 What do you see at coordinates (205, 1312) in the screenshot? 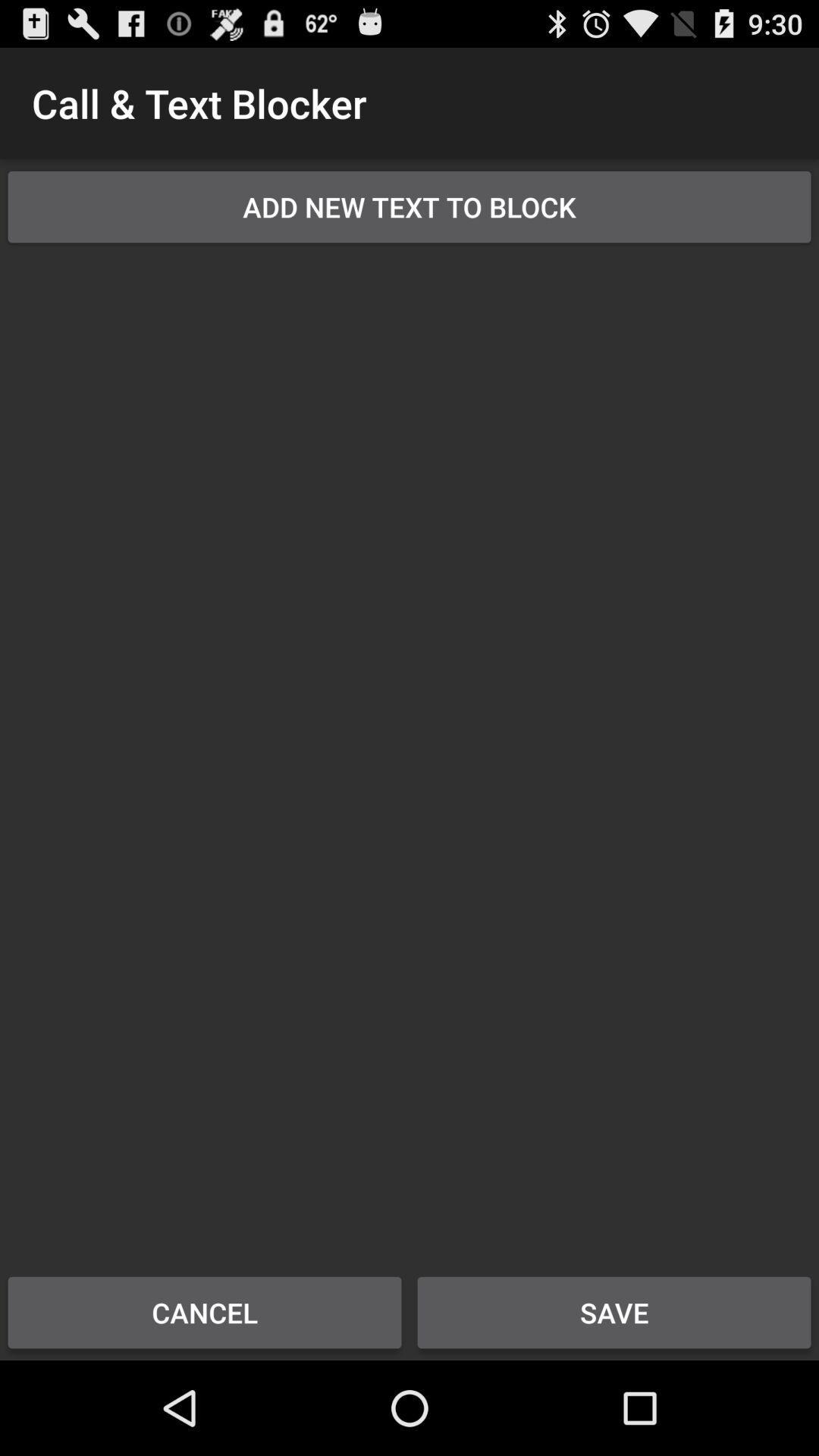
I see `the item next to the save` at bounding box center [205, 1312].